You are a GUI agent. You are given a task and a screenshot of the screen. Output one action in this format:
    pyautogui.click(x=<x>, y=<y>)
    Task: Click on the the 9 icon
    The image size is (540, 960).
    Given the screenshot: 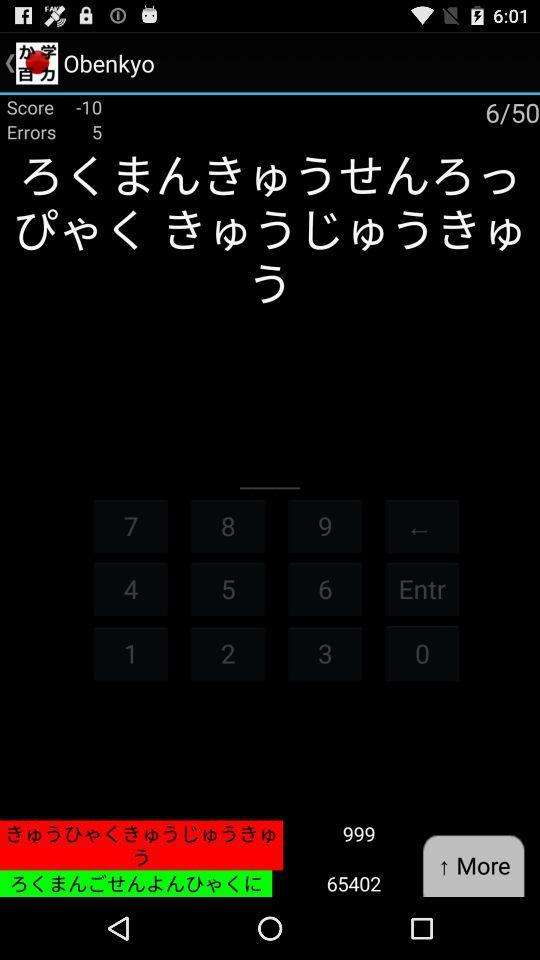 What is the action you would take?
    pyautogui.click(x=325, y=524)
    